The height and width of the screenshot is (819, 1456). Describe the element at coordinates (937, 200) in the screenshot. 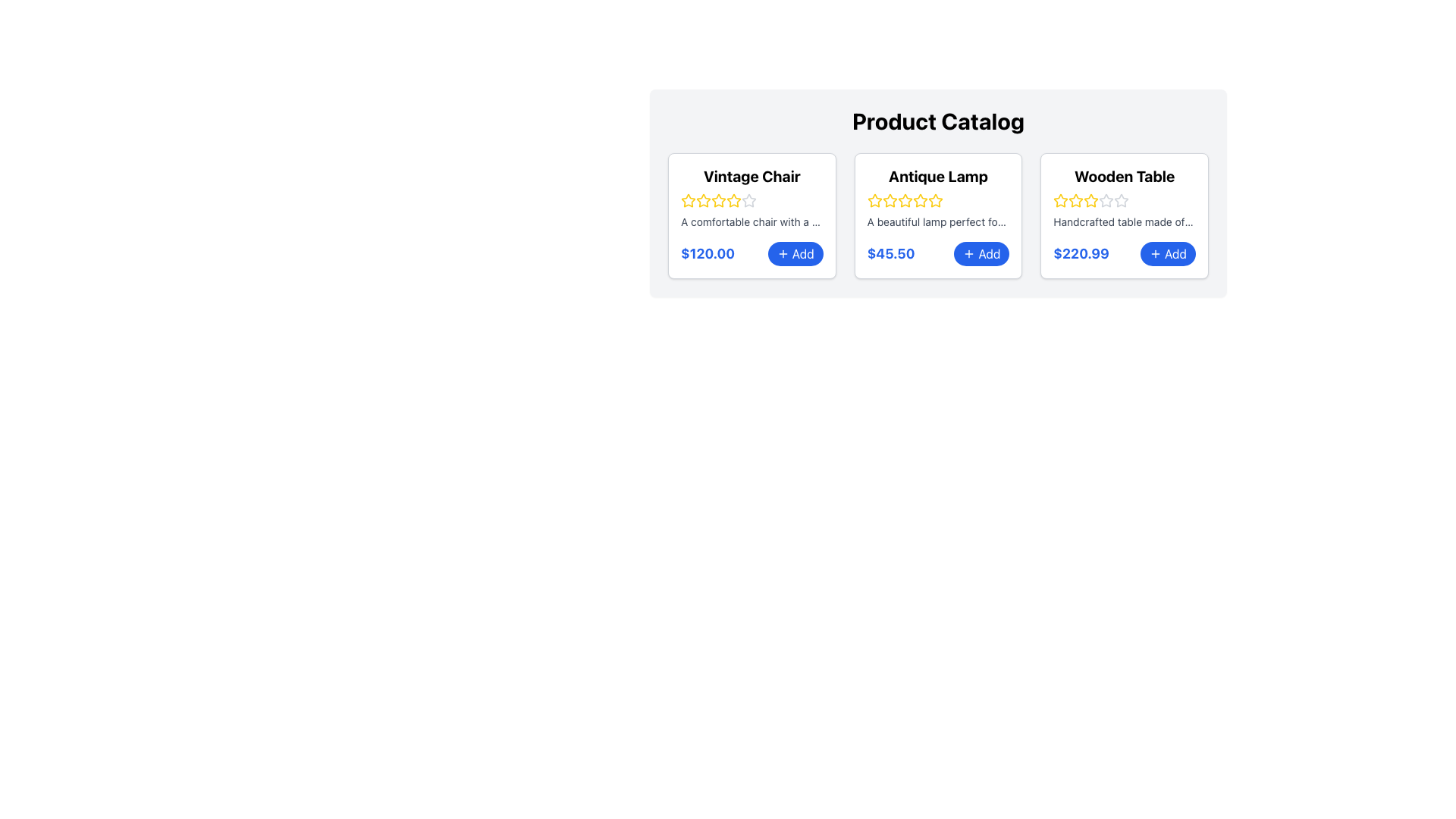

I see `the Rating indicator composed of visual elements (stars) for the product 'Antique Lamp', which is located in the center card of the product catalog just below its title` at that location.